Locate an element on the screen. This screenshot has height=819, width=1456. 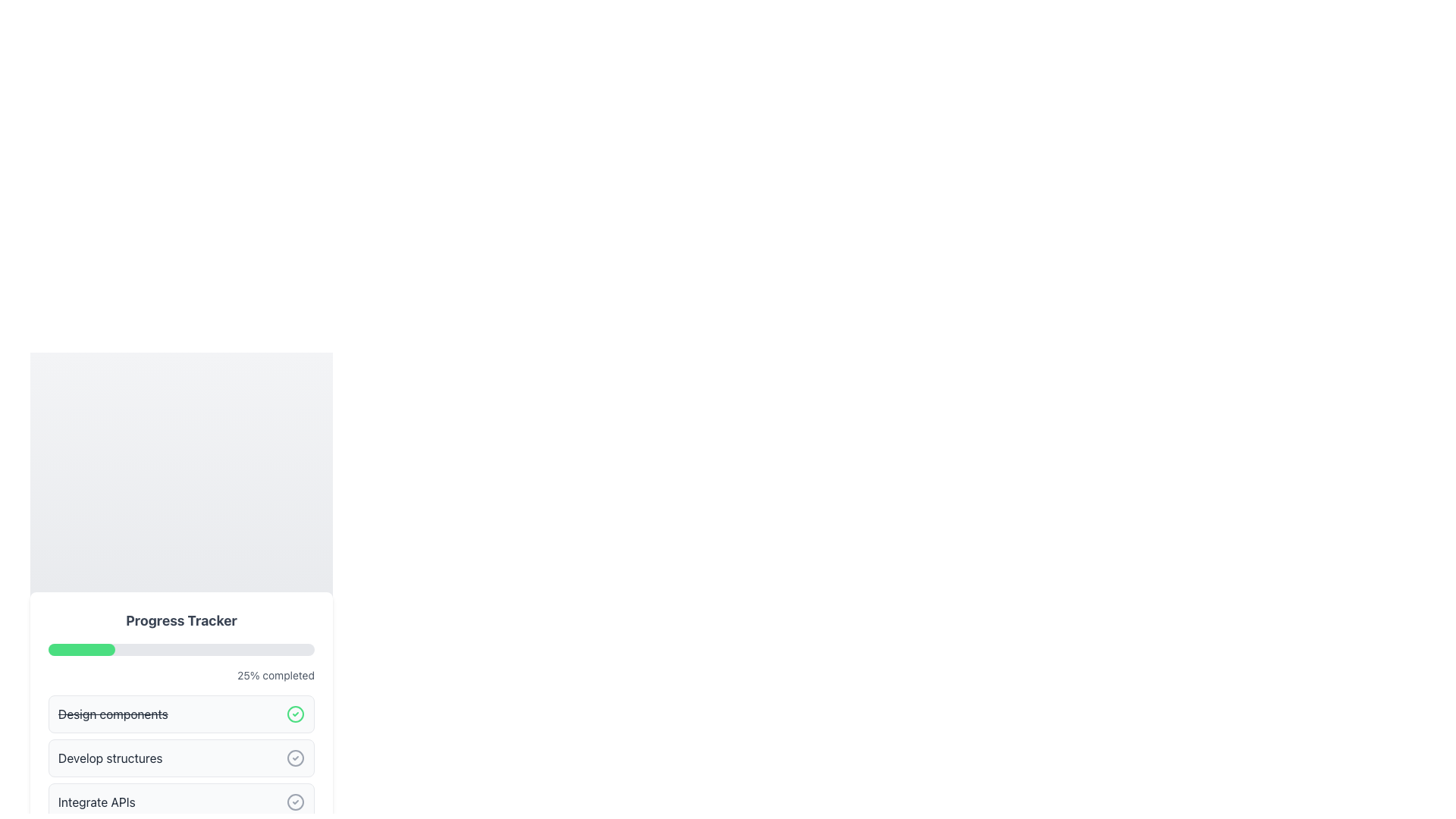
text label 'Integrate APIs' which is displayed in grayish-black font and is the third entry in a vertical sequence of a progress tracker interface is located at coordinates (96, 801).